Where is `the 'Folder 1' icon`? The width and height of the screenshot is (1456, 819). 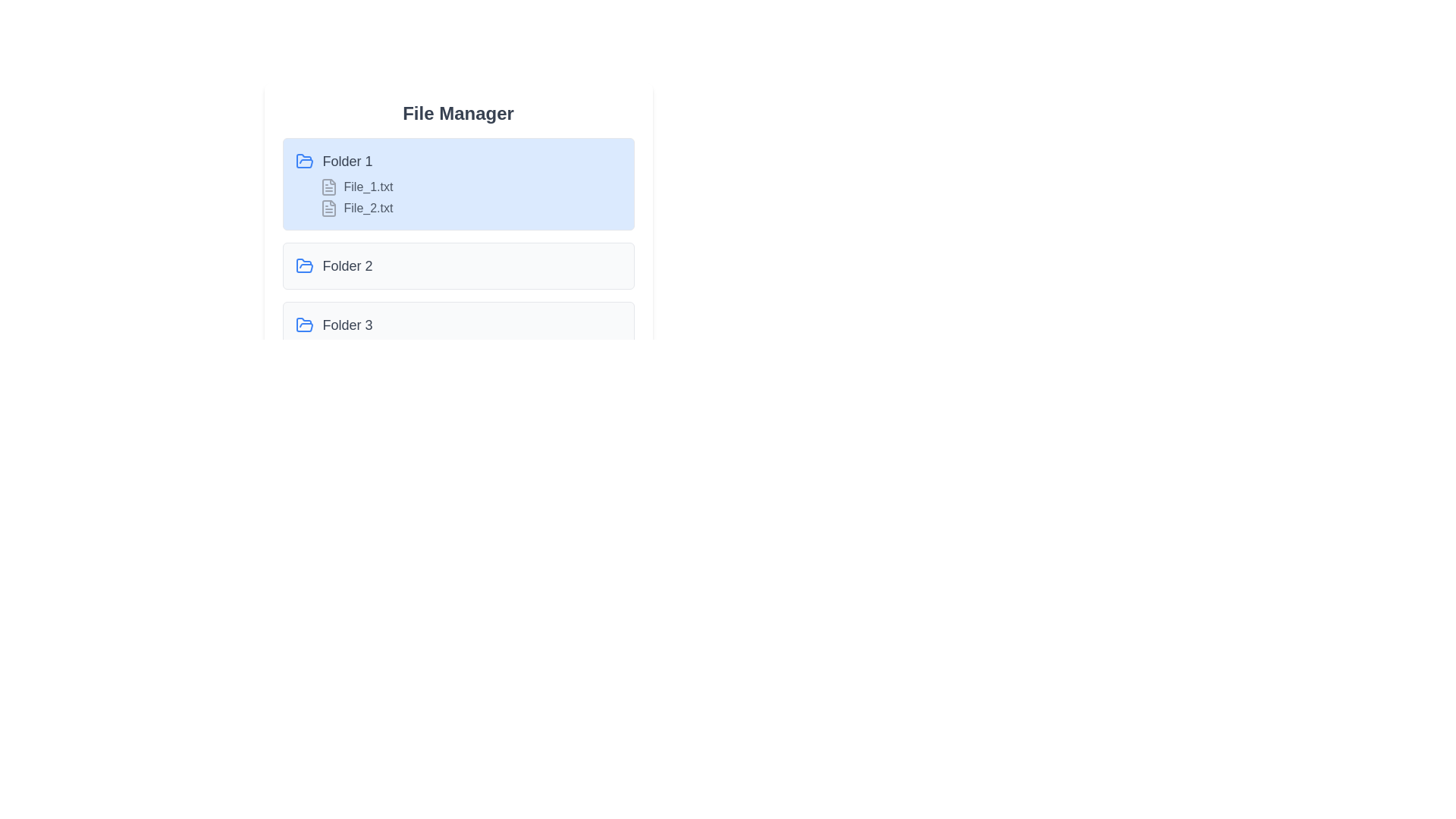 the 'Folder 1' icon is located at coordinates (303, 161).